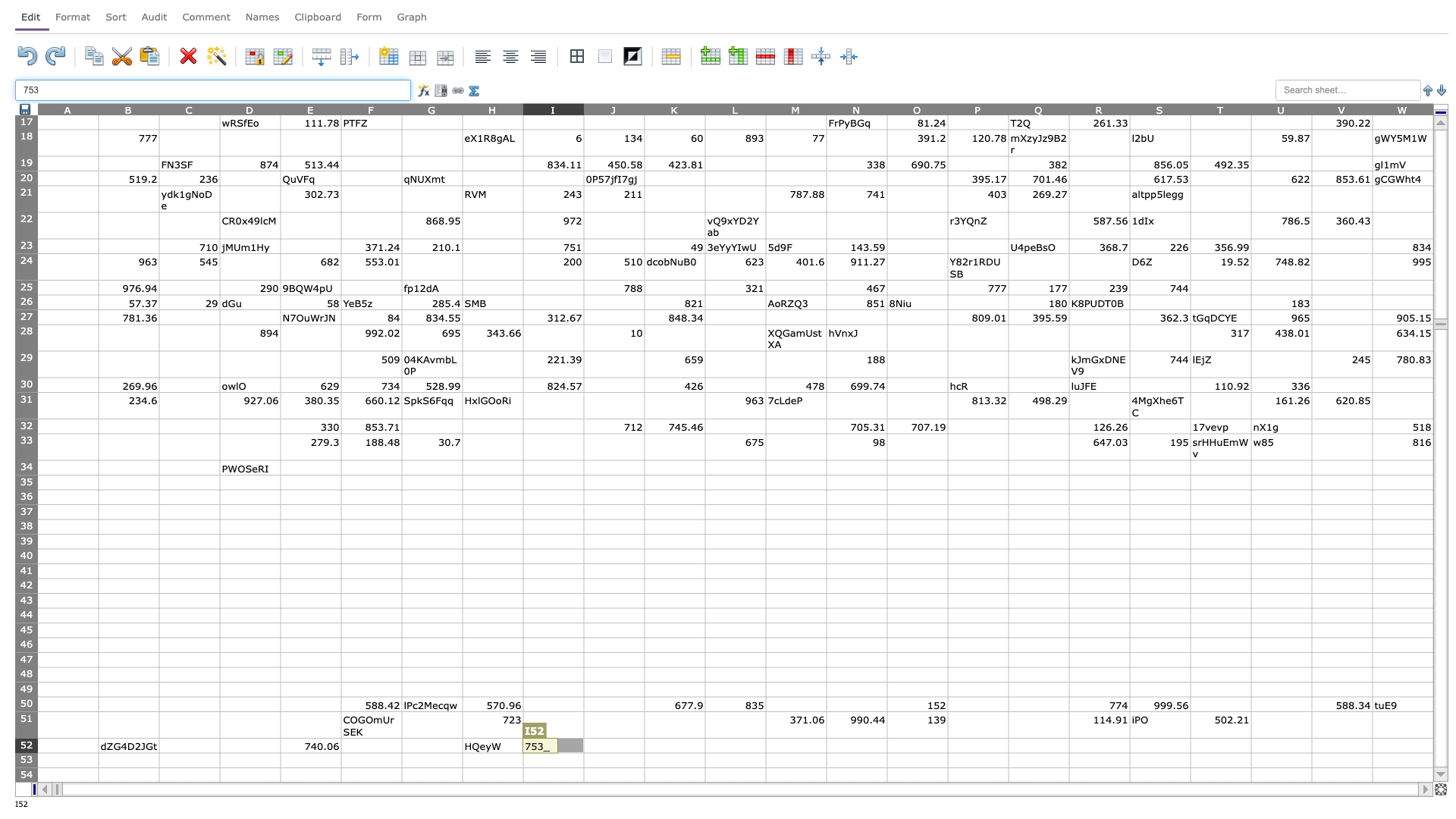 The height and width of the screenshot is (819, 1456). Describe the element at coordinates (765, 737) in the screenshot. I see `top left at column M row 52` at that location.